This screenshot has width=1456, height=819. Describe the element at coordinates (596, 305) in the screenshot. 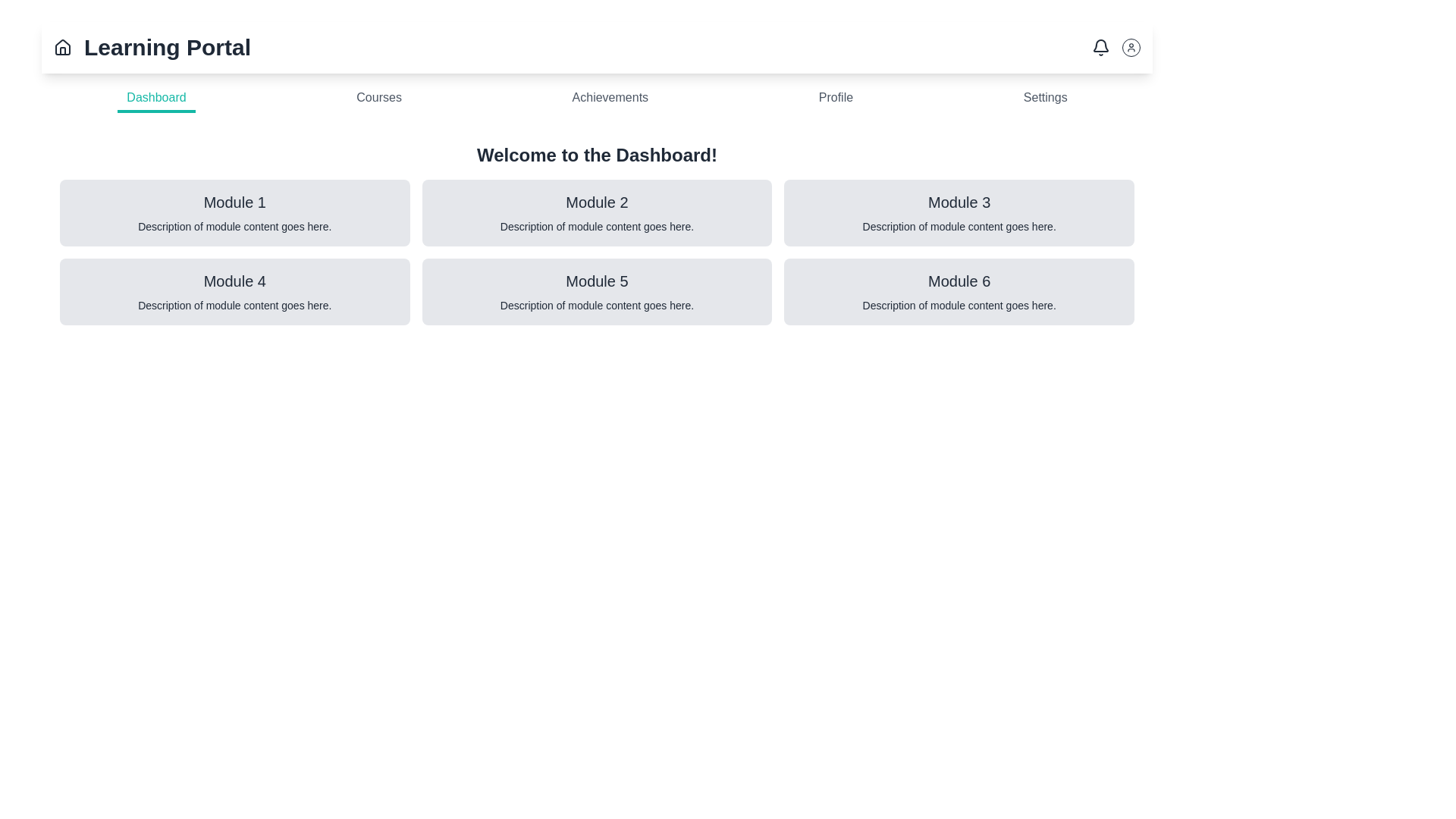

I see `the static text label that reads 'Description of module content goes here.' located below the 'Module 5' header in the card layout` at that location.